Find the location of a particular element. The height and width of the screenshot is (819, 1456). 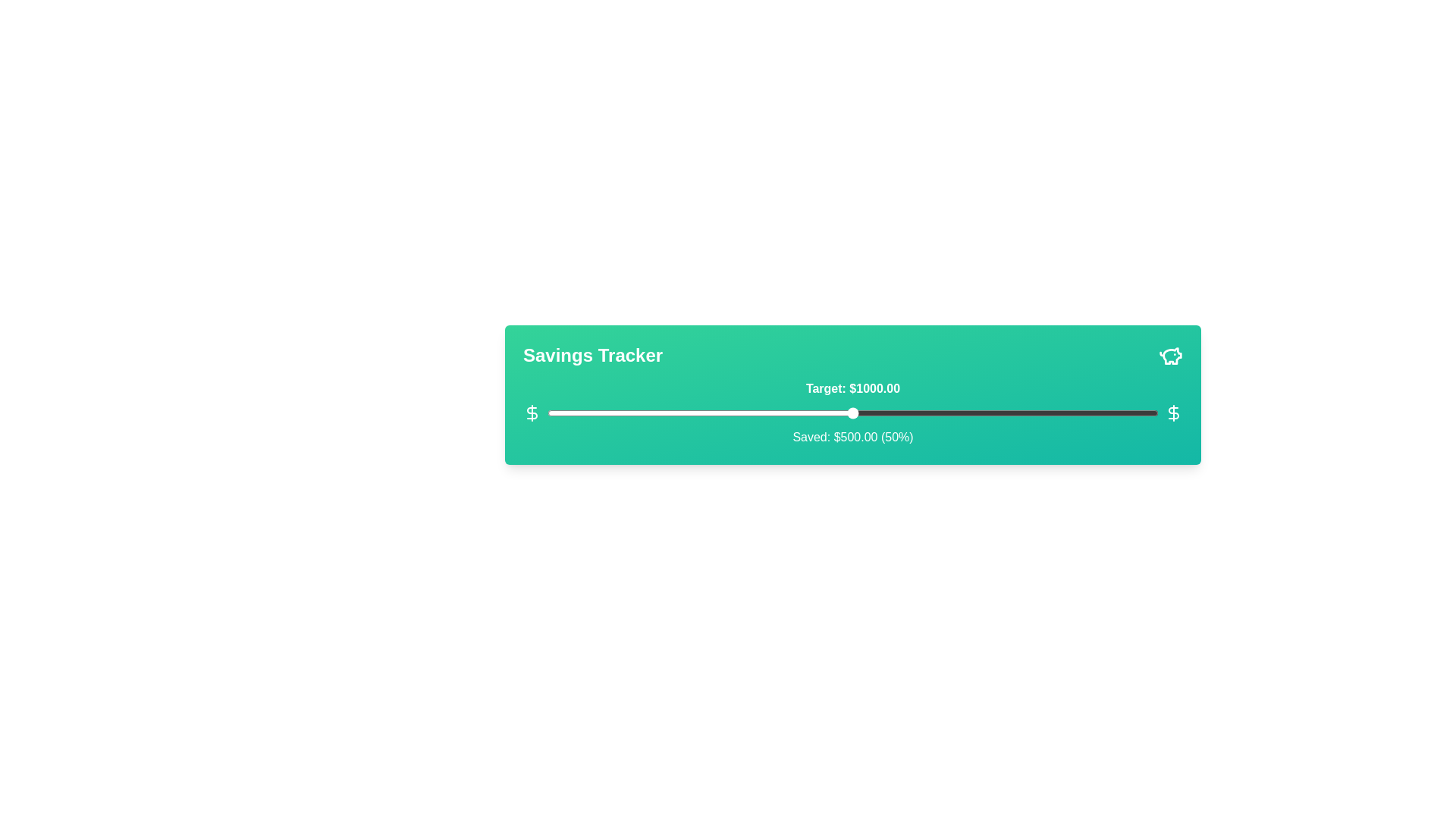

the piggy bank icon styled in white color with a line-art design on a green background, located at the top-right corner of the card is located at coordinates (1170, 356).